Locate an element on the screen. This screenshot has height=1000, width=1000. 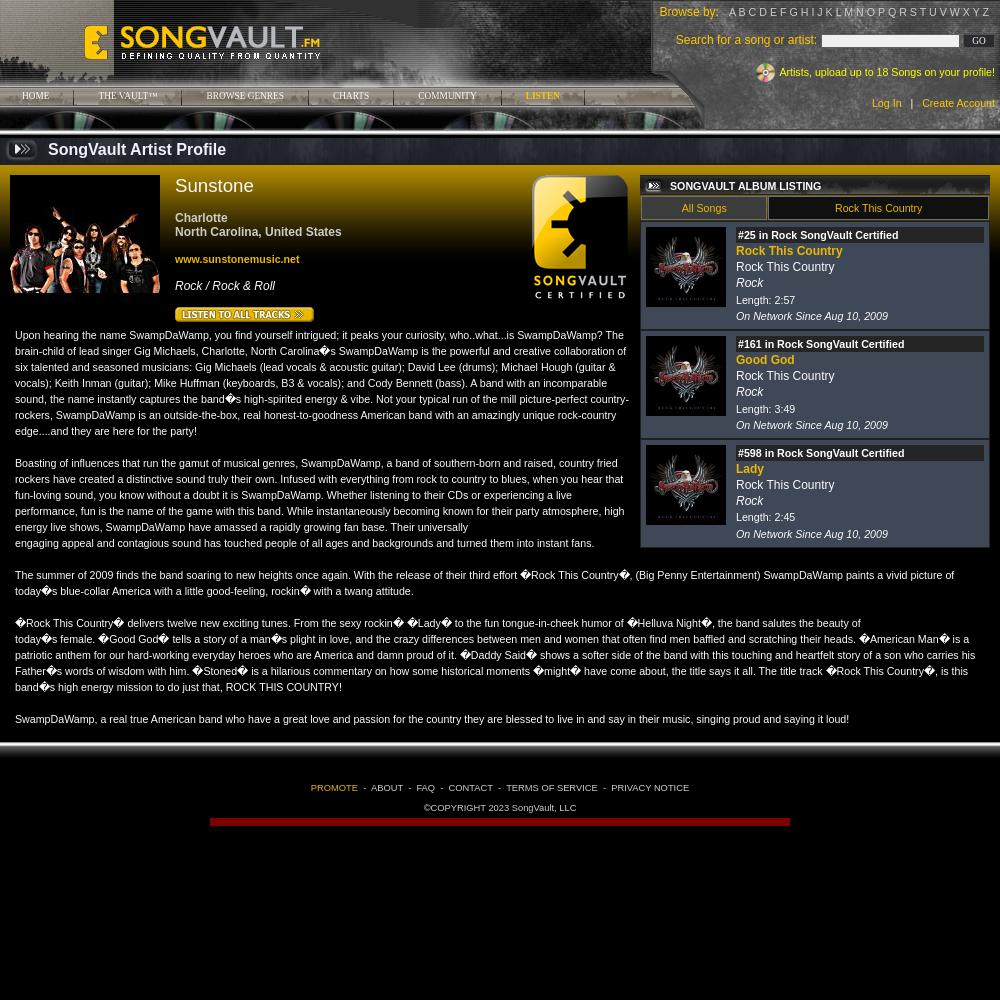
'FAQ' is located at coordinates (425, 788).